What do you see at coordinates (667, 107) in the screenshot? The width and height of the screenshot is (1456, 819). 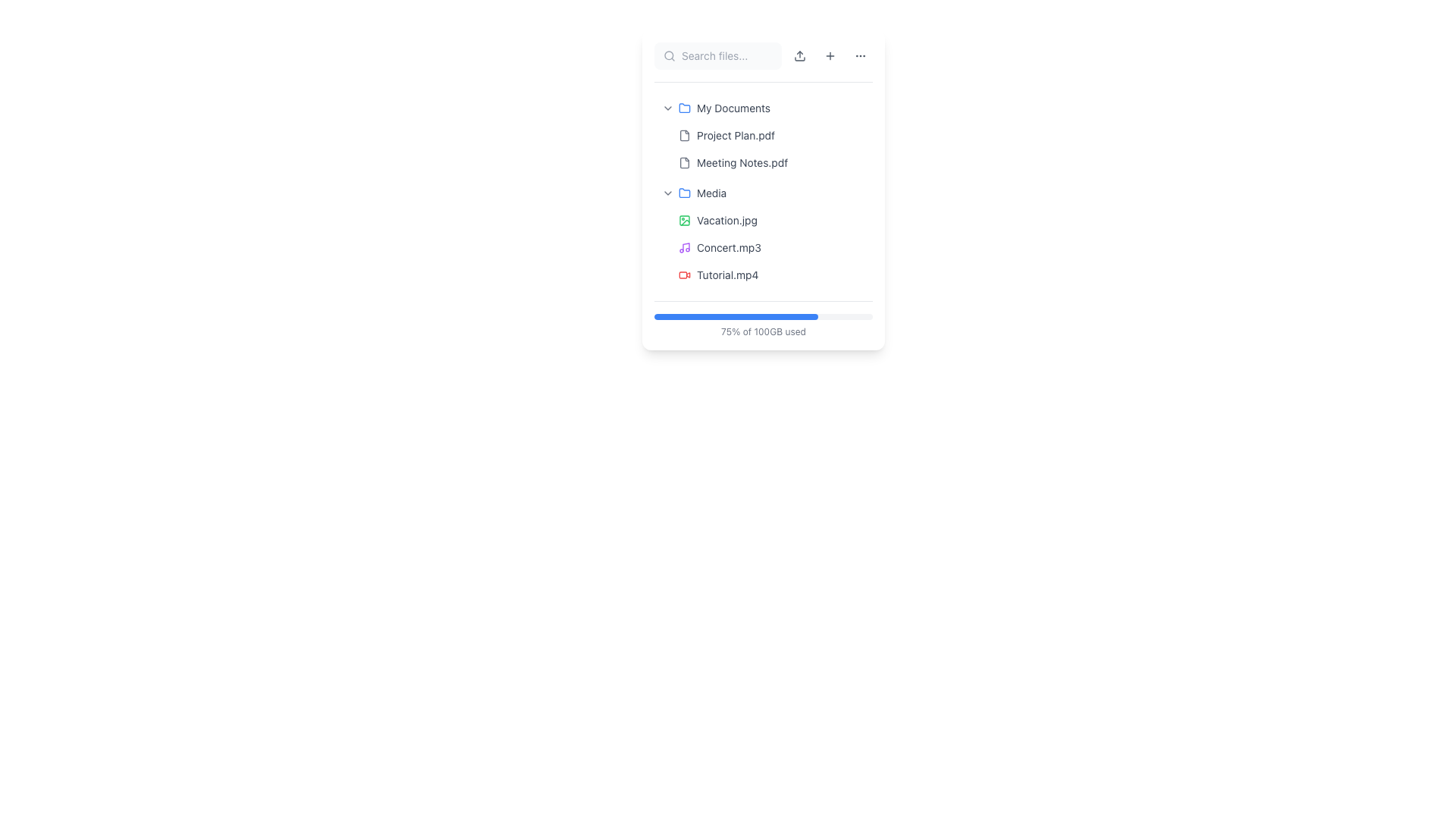 I see `the Dropdown toggle button with a chevron-down icon located to the left of the 'My Documents' label` at bounding box center [667, 107].